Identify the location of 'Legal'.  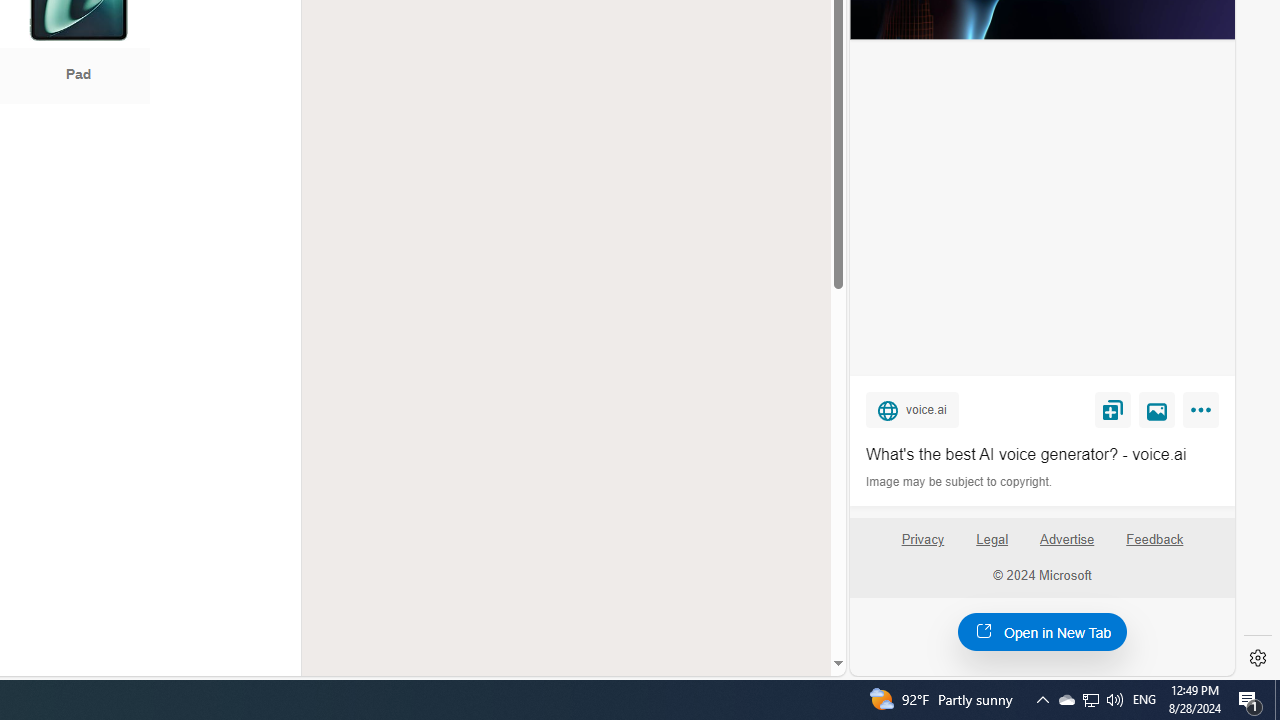
(992, 538).